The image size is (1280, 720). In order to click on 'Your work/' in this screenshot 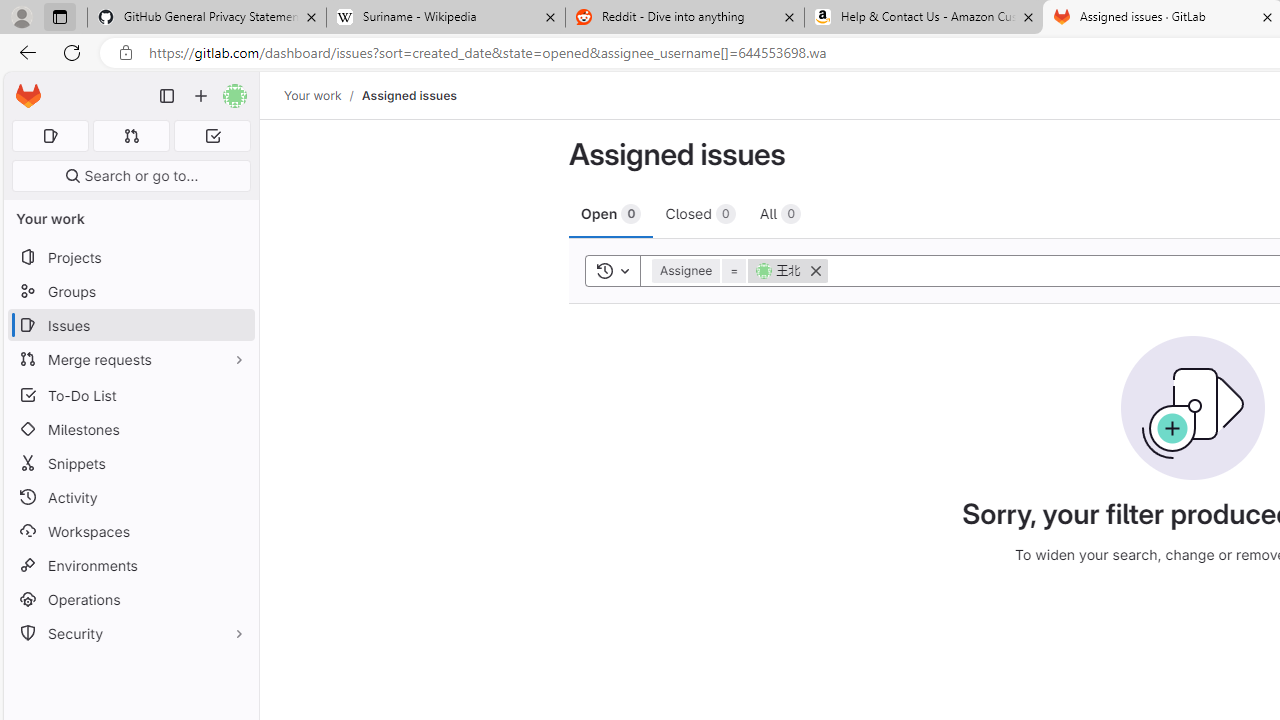, I will do `click(323, 95)`.